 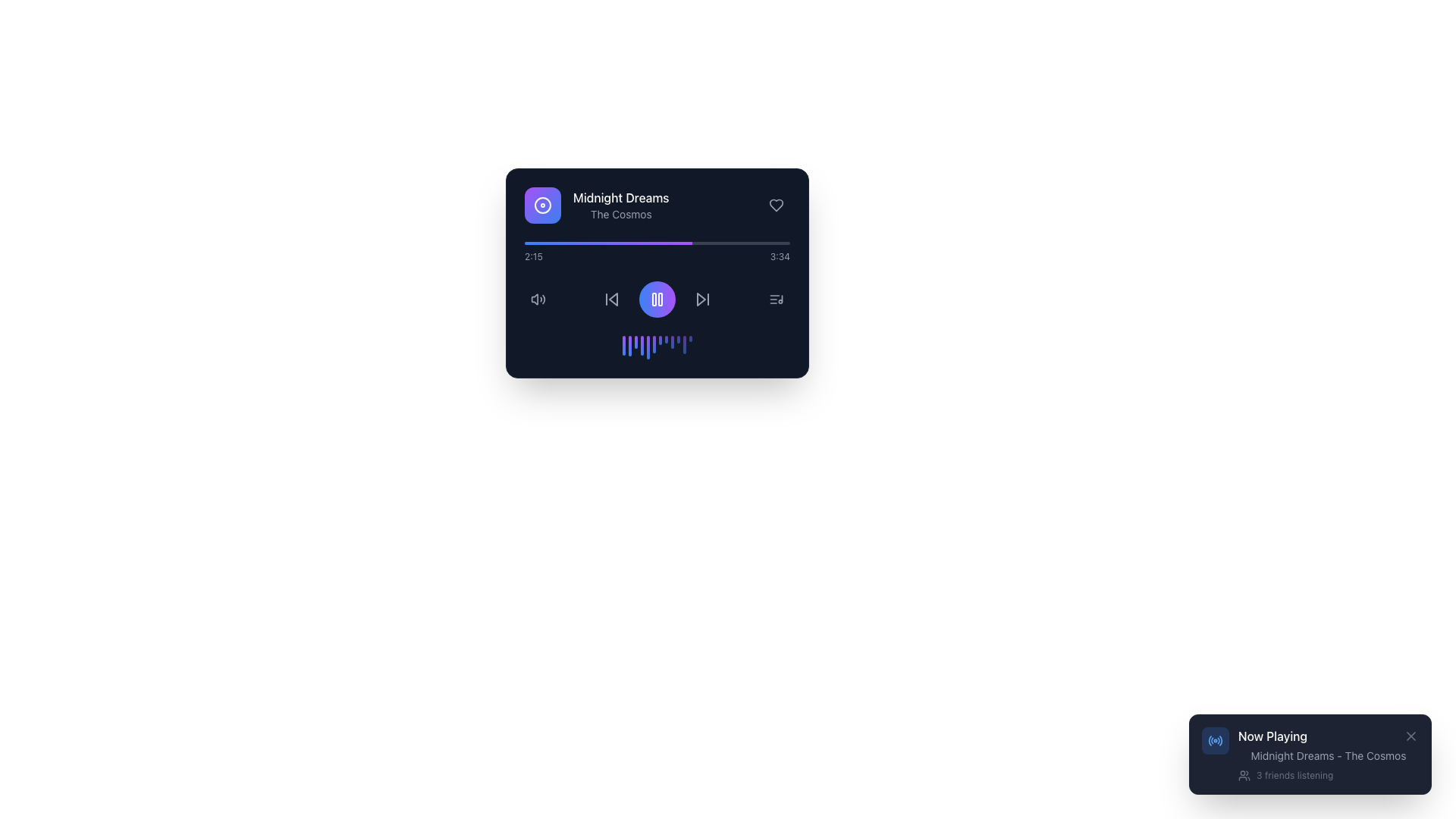 What do you see at coordinates (585, 242) in the screenshot?
I see `playback time` at bounding box center [585, 242].